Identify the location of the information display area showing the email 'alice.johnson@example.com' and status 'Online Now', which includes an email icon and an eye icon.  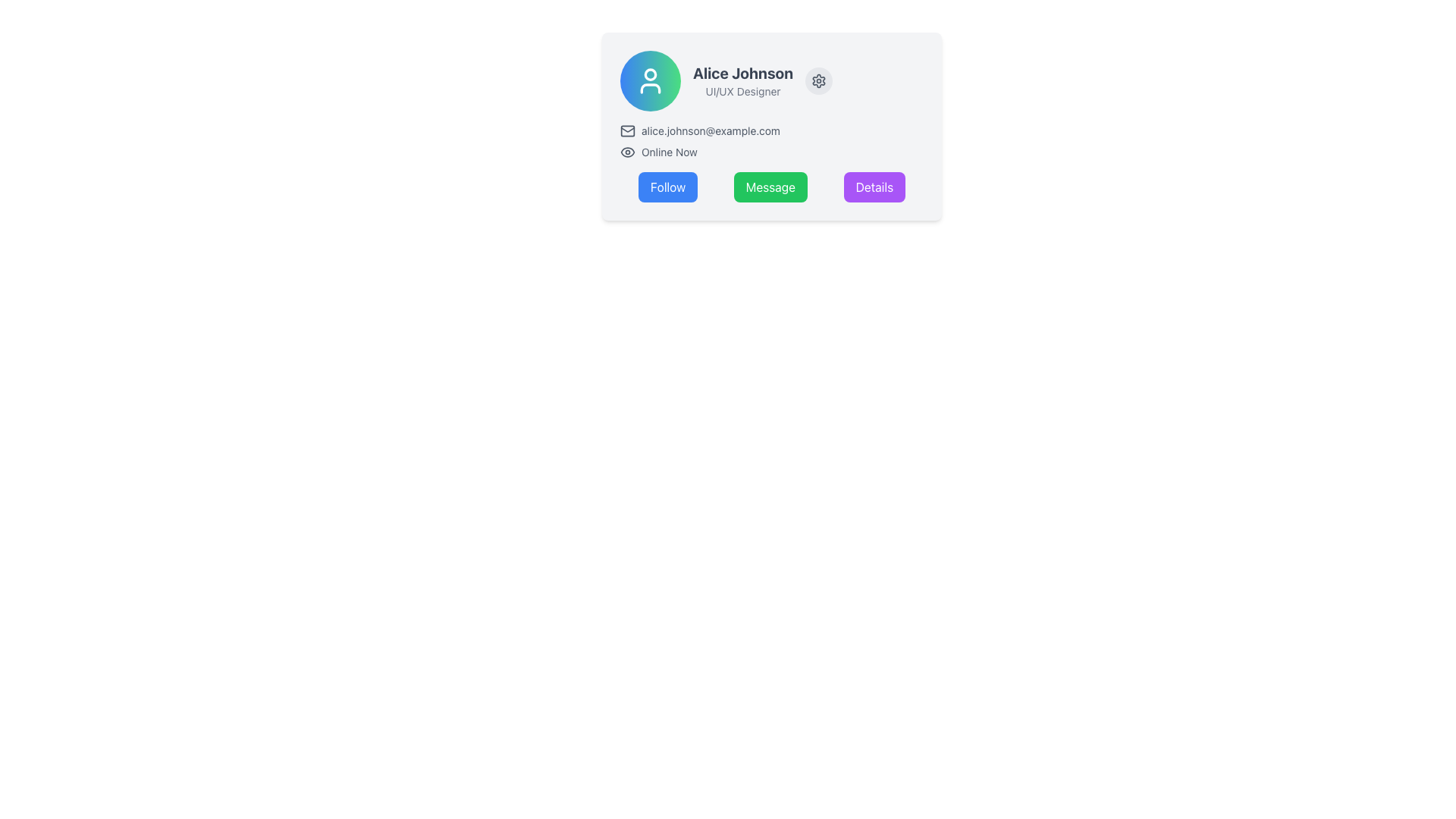
(771, 141).